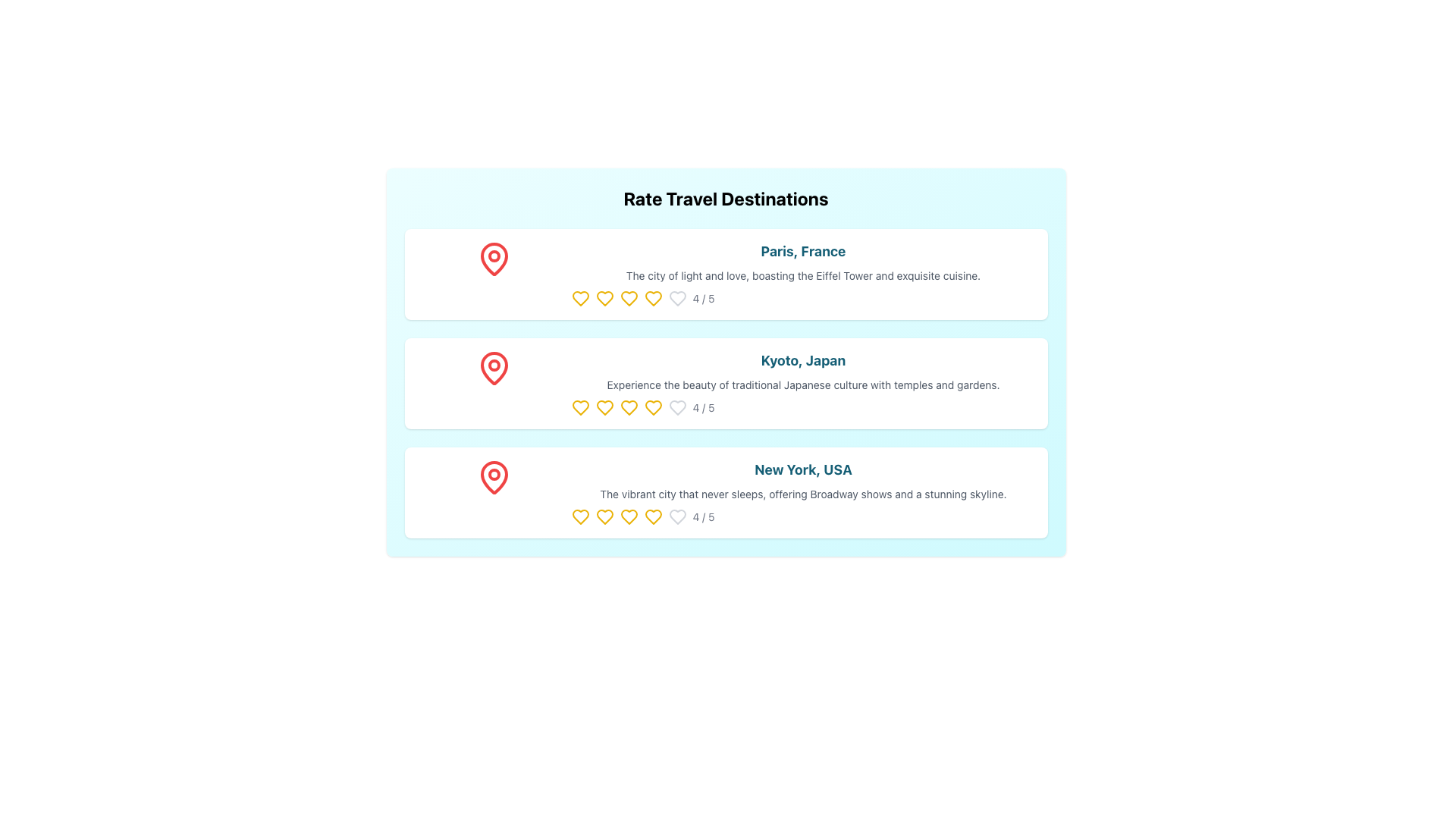  What do you see at coordinates (494, 382) in the screenshot?
I see `the red map pin icon representing the destination 'Kyoto, Japan', which is aligned with the text information about Kyoto` at bounding box center [494, 382].